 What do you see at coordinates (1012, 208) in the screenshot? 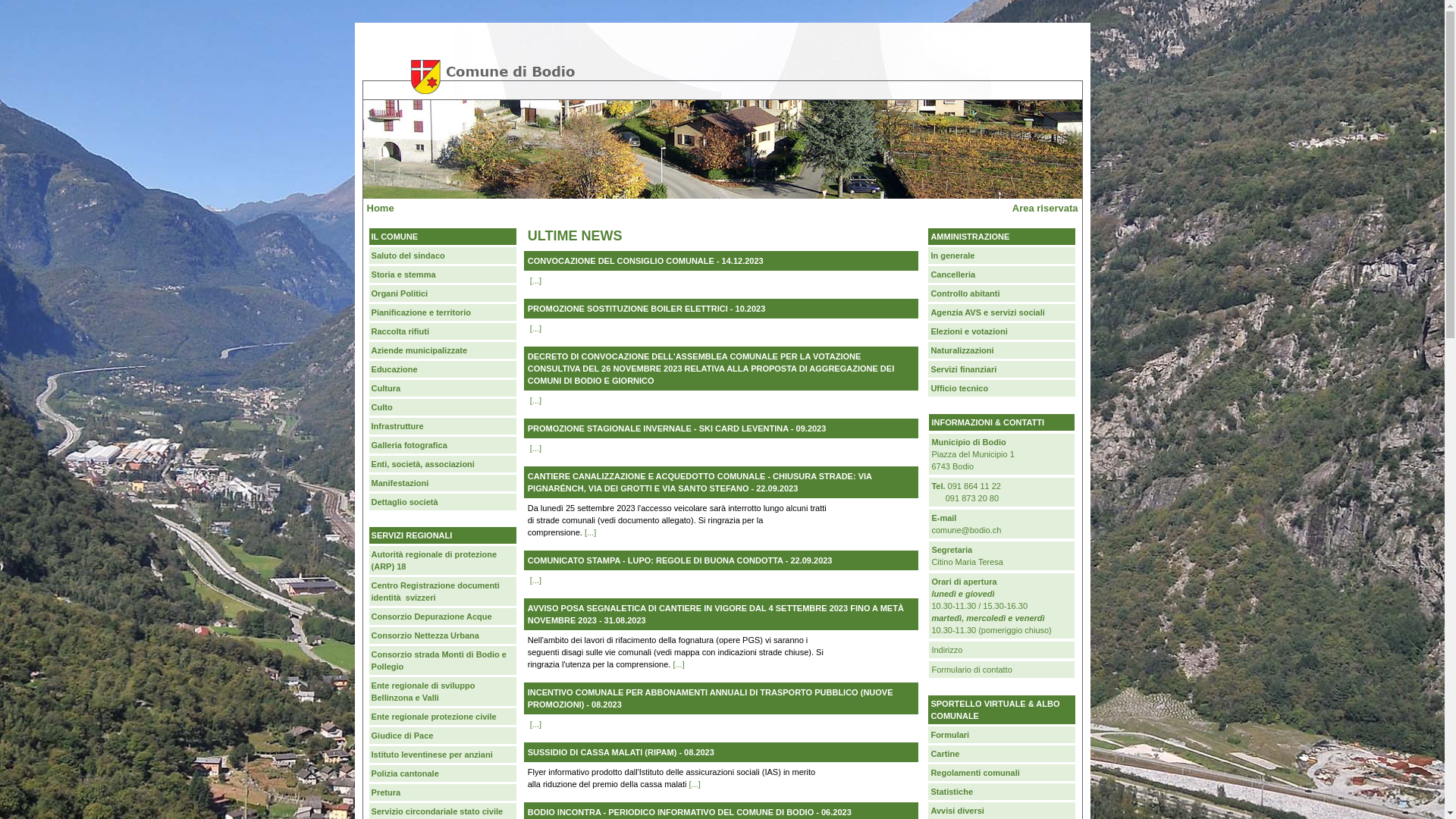
I see `'Area riservata'` at bounding box center [1012, 208].